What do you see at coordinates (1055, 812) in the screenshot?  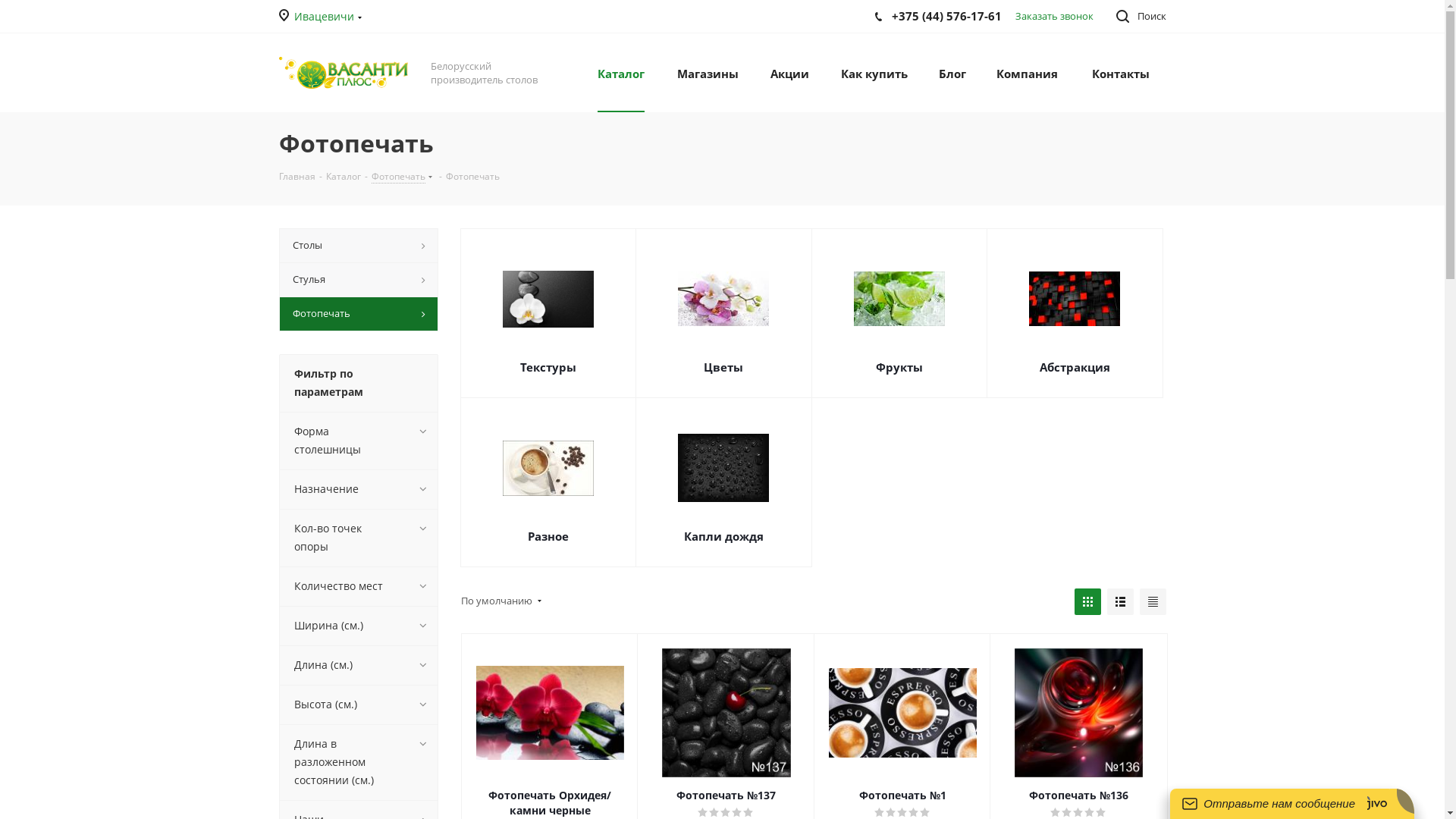 I see `'1'` at bounding box center [1055, 812].